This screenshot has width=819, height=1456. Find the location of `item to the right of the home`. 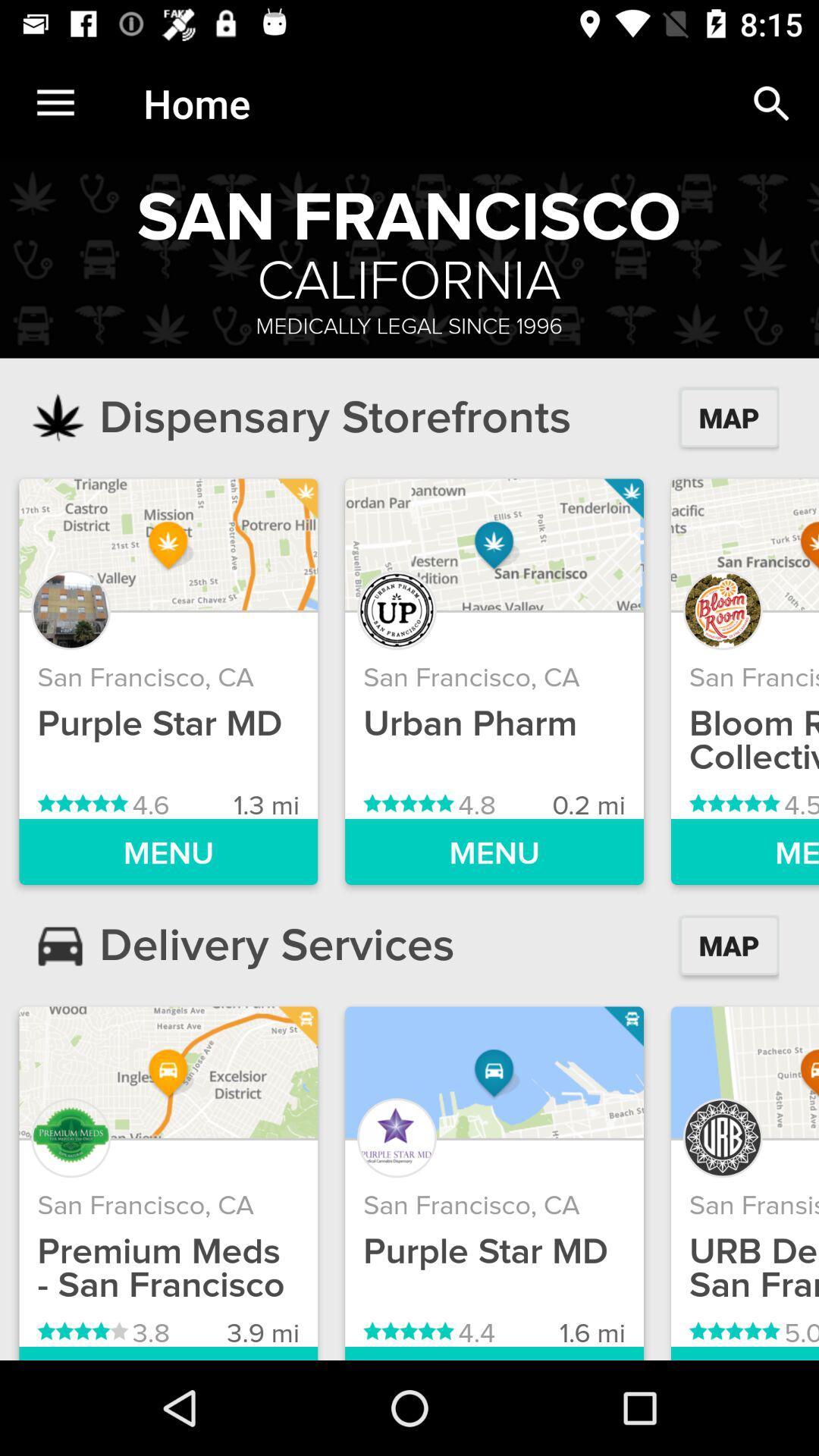

item to the right of the home is located at coordinates (771, 102).